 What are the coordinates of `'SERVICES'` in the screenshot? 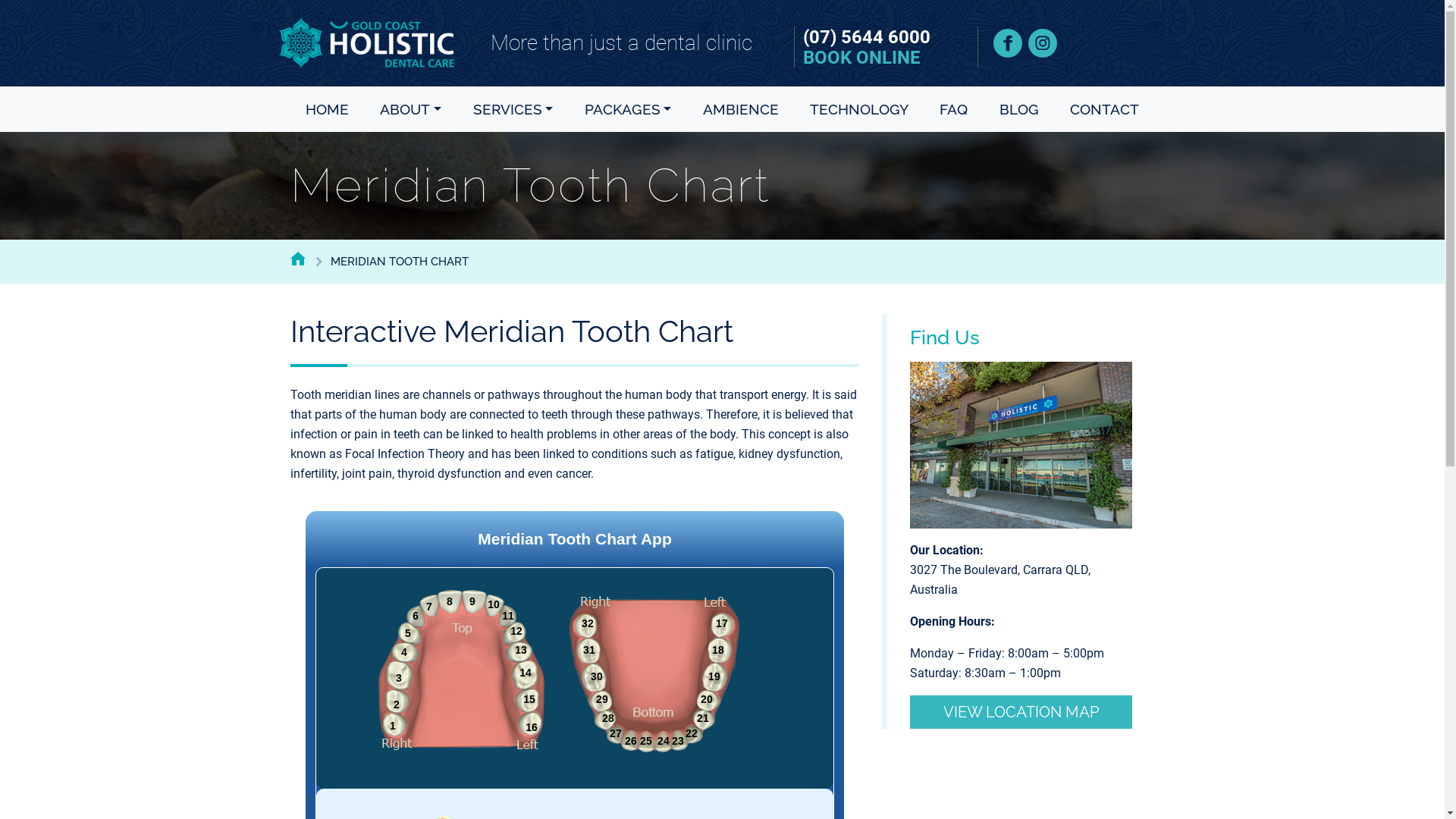 It's located at (513, 108).